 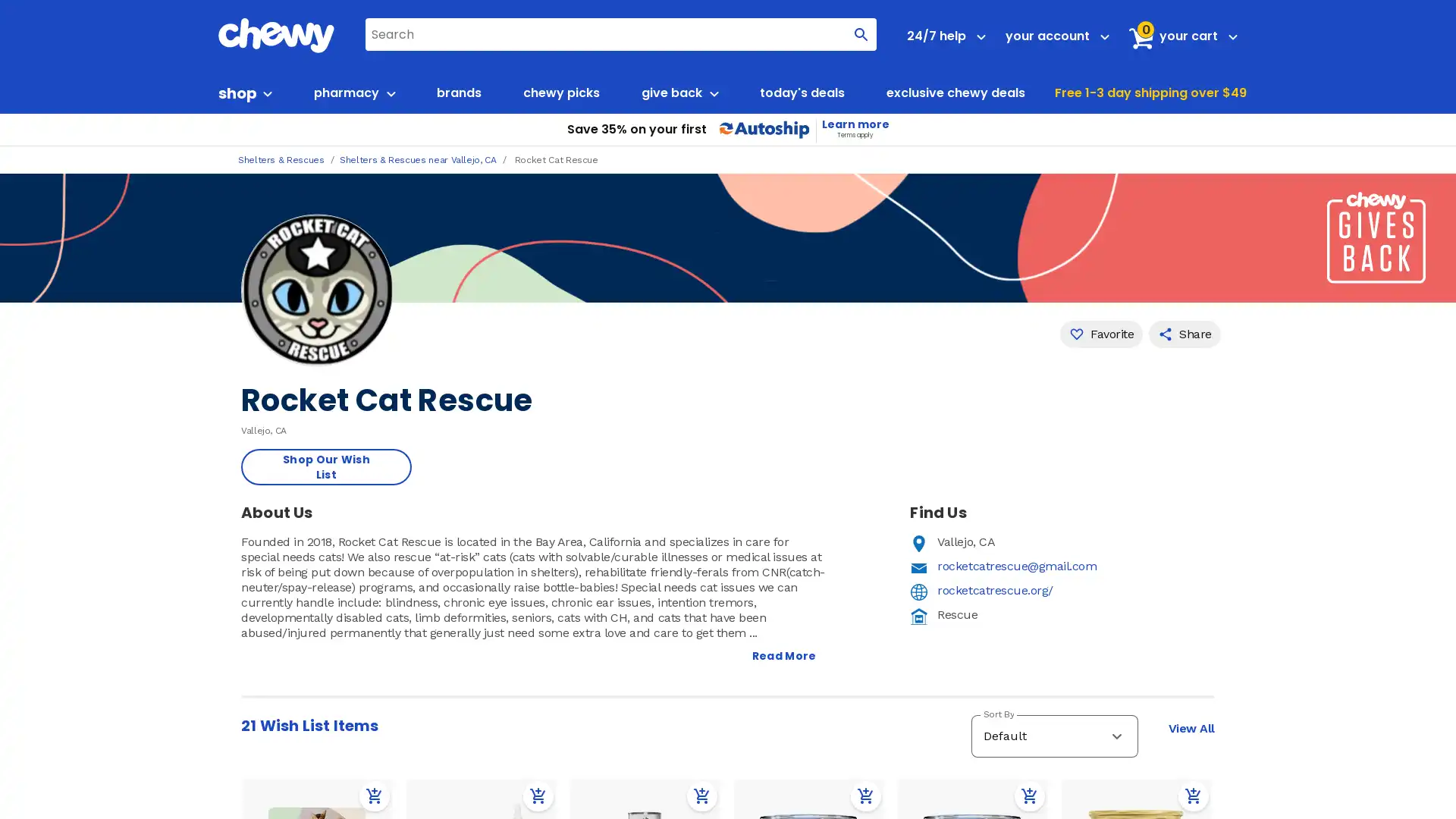 I want to click on Open pharmacy menu, so click(x=389, y=93).